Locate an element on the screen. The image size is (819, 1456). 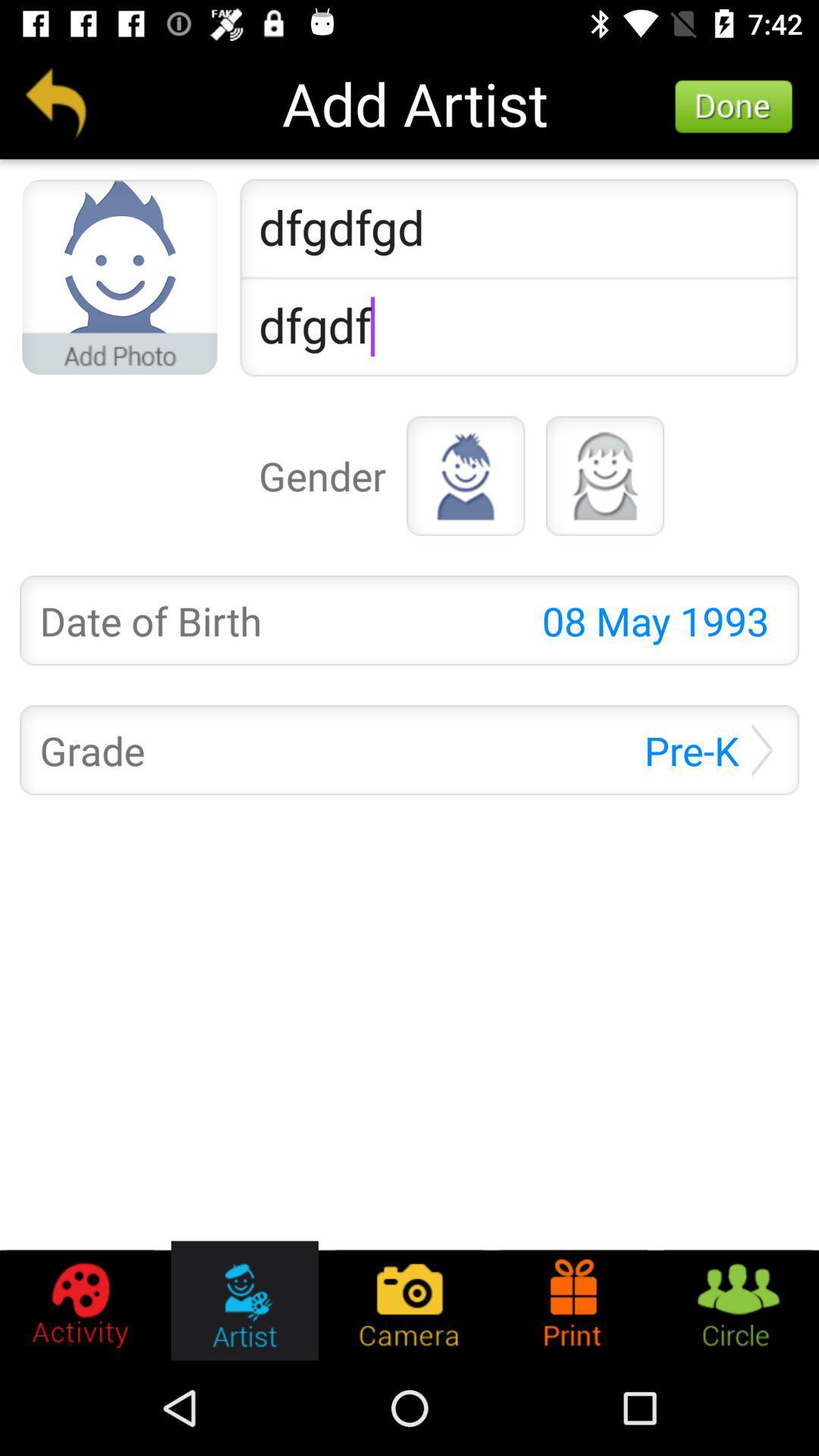
item to the left of the add artist item is located at coordinates (55, 102).